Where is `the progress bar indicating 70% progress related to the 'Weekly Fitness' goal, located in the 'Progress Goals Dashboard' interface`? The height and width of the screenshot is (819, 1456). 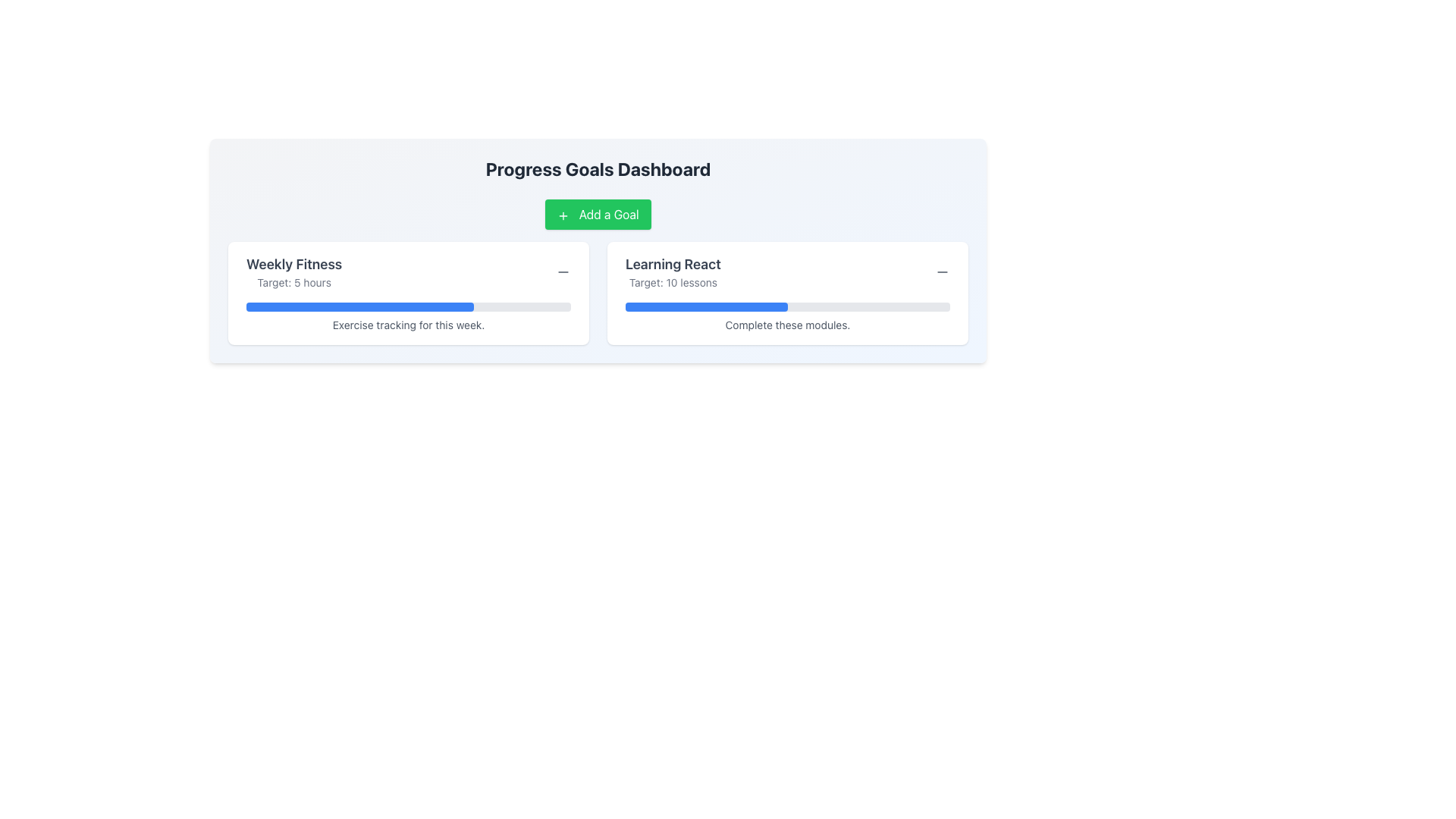
the progress bar indicating 70% progress related to the 'Weekly Fitness' goal, located in the 'Progress Goals Dashboard' interface is located at coordinates (359, 307).